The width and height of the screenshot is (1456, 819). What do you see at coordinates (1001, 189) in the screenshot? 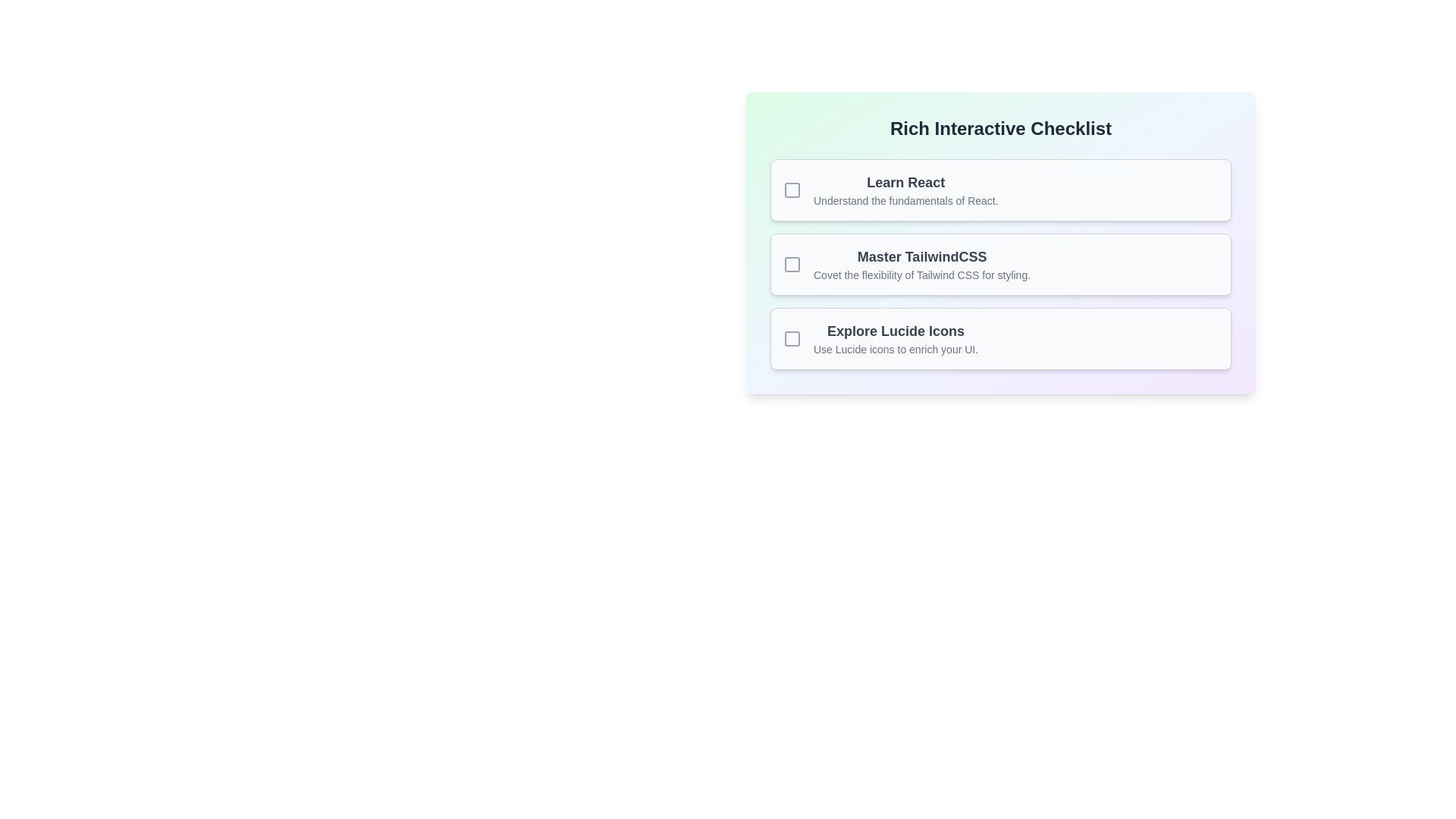
I see `the checkbox of the first checklist item labeled 'Learn React'` at bounding box center [1001, 189].